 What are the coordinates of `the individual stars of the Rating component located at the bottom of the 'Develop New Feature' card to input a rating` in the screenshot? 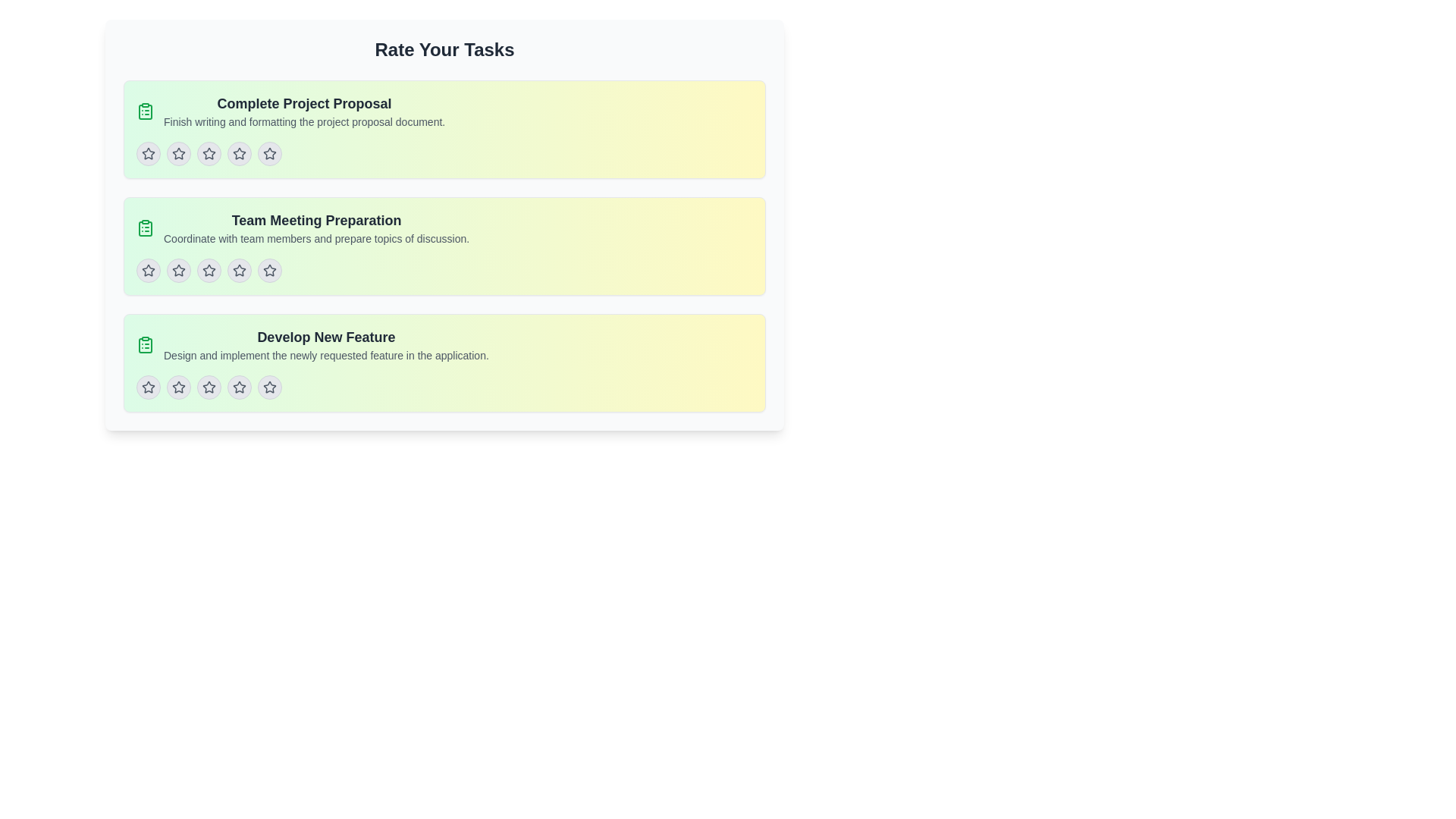 It's located at (444, 386).